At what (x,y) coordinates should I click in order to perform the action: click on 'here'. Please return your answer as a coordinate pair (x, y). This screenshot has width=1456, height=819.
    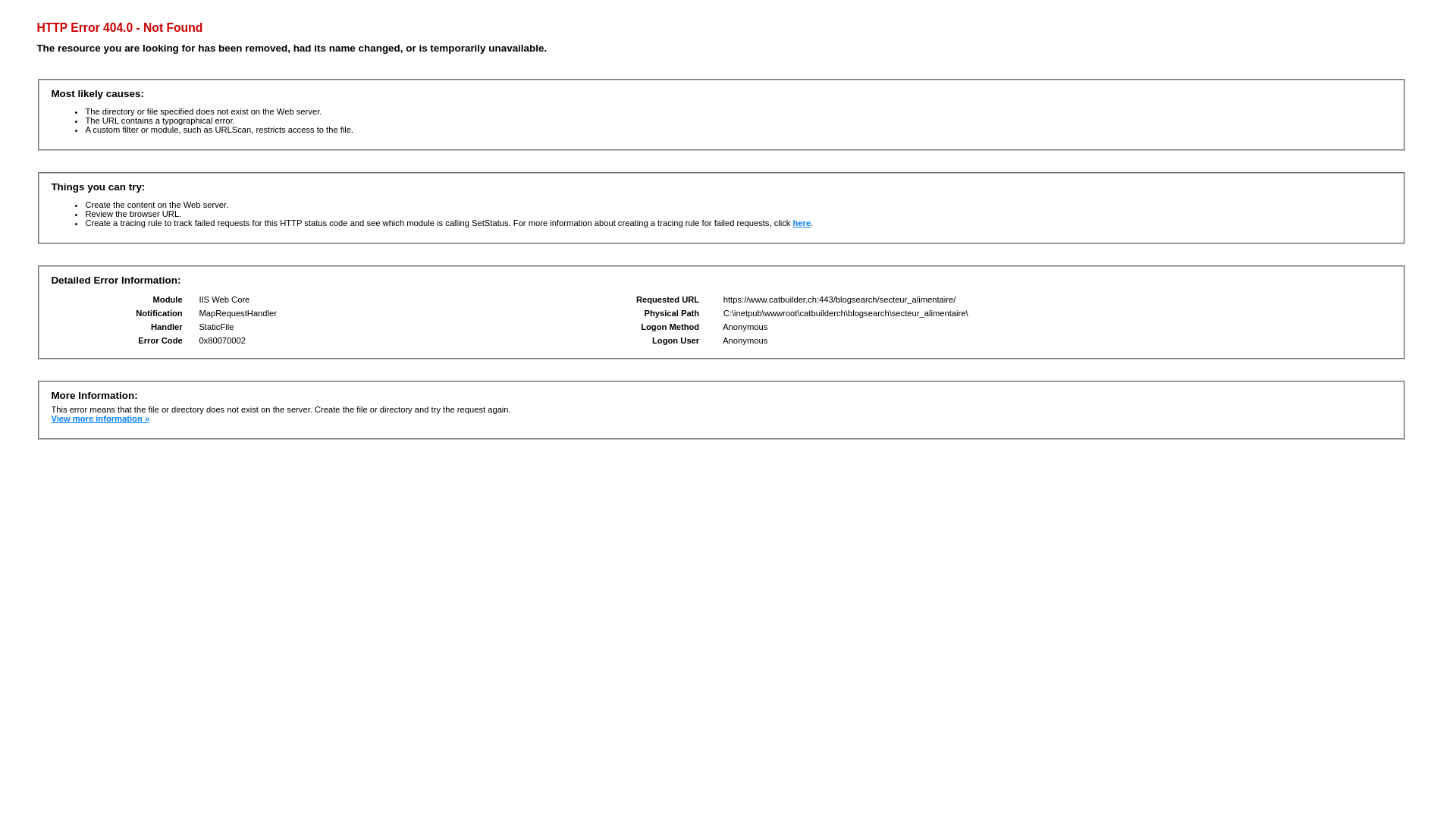
    Looking at the image, I should click on (801, 222).